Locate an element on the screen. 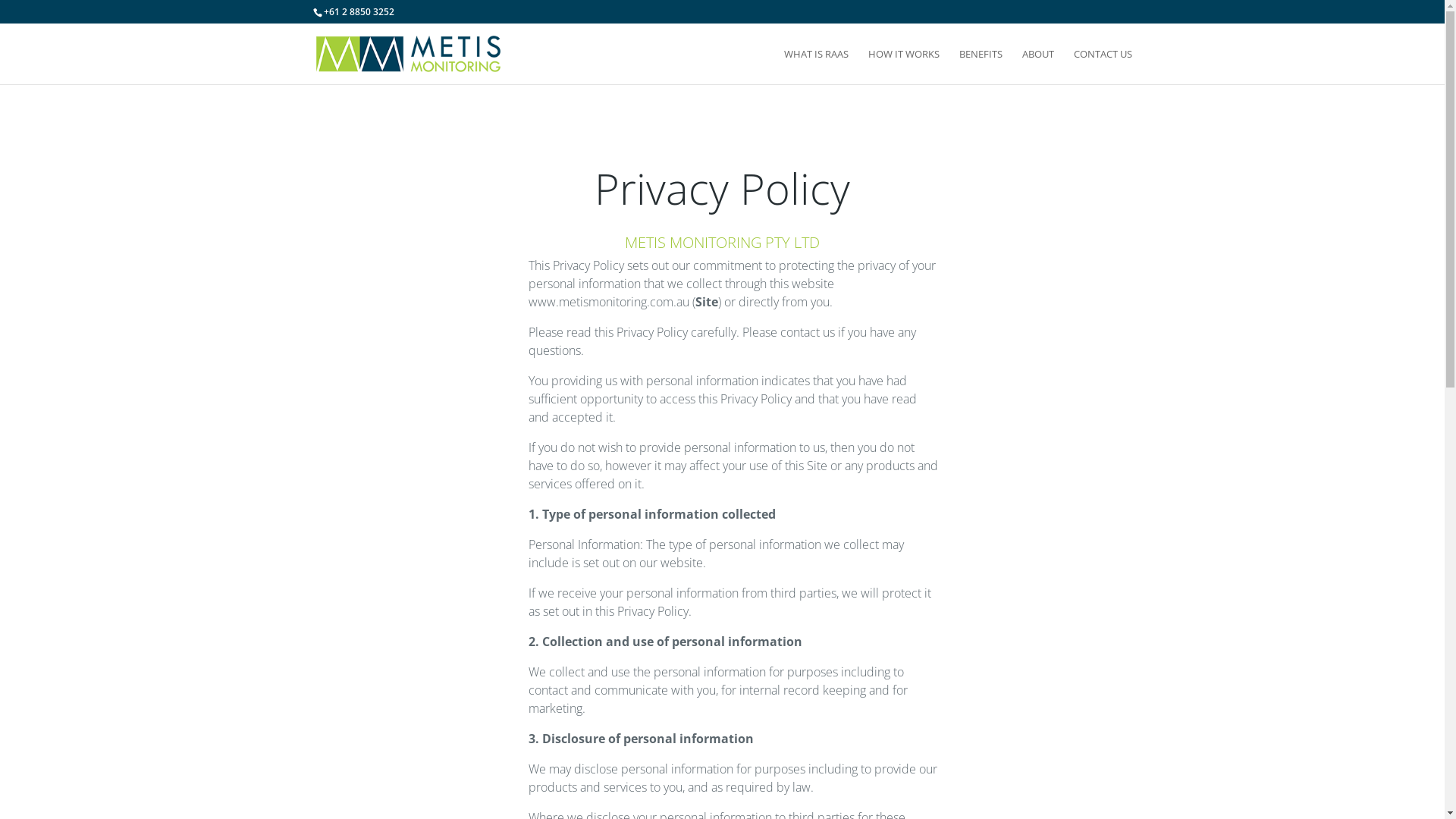 The width and height of the screenshot is (1456, 819). 'HOW IT WORKS' is located at coordinates (902, 65).